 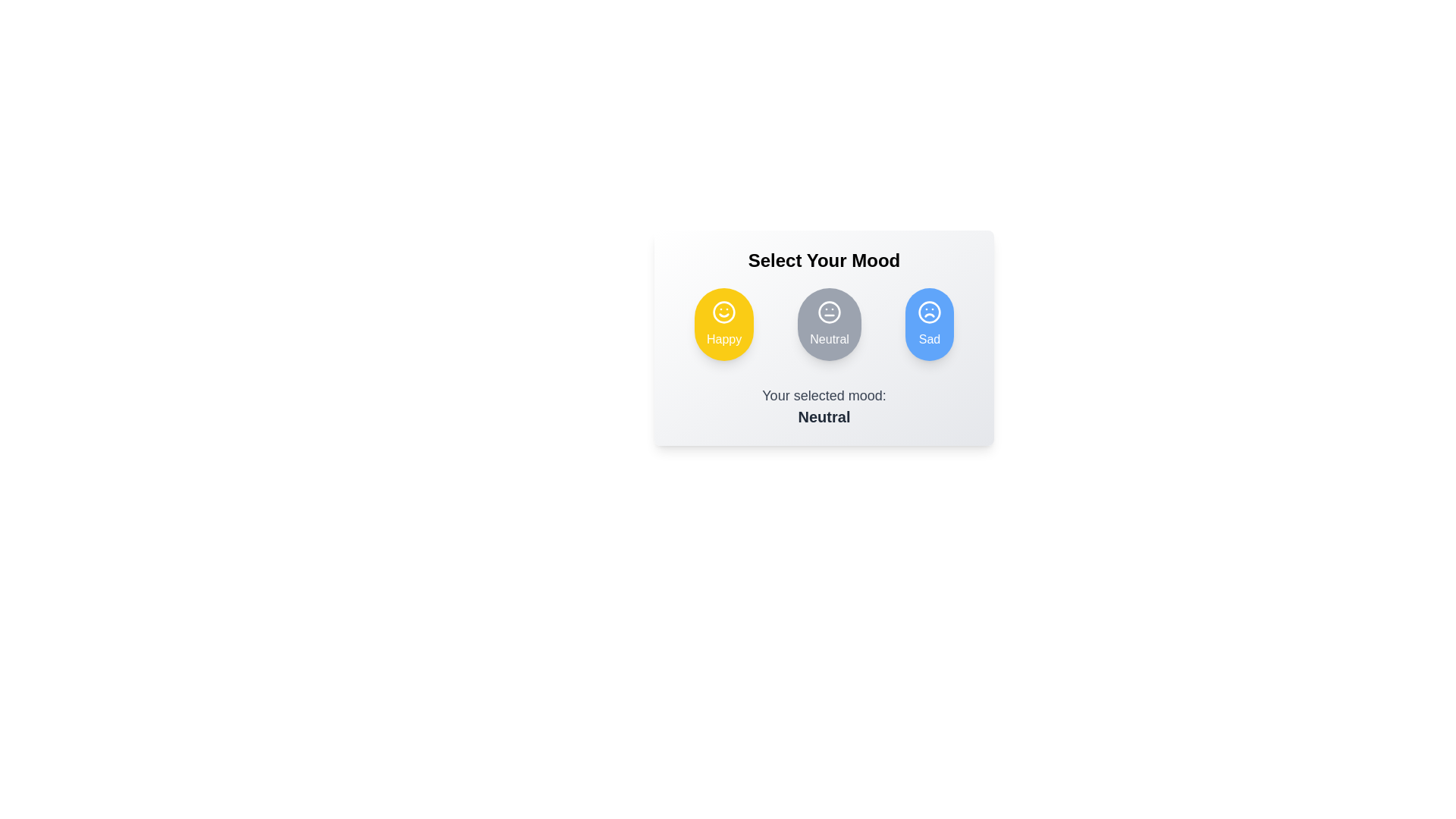 I want to click on text label indicating the 'Happy' mood option, which is located at the central bottom part of the yellow circular button with a smiley icon, so click(x=723, y=338).